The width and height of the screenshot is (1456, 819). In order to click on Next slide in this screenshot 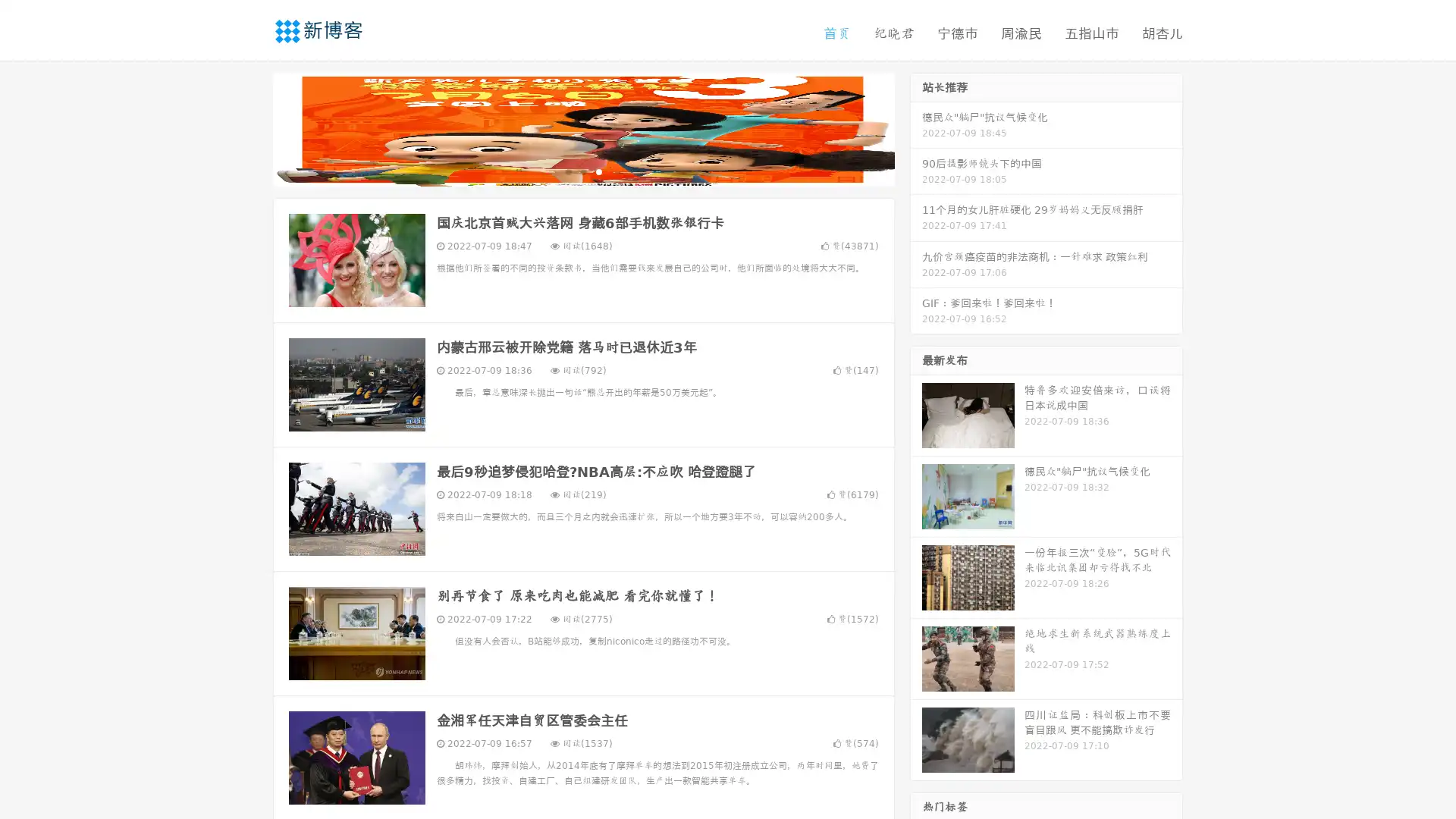, I will do `click(916, 127)`.